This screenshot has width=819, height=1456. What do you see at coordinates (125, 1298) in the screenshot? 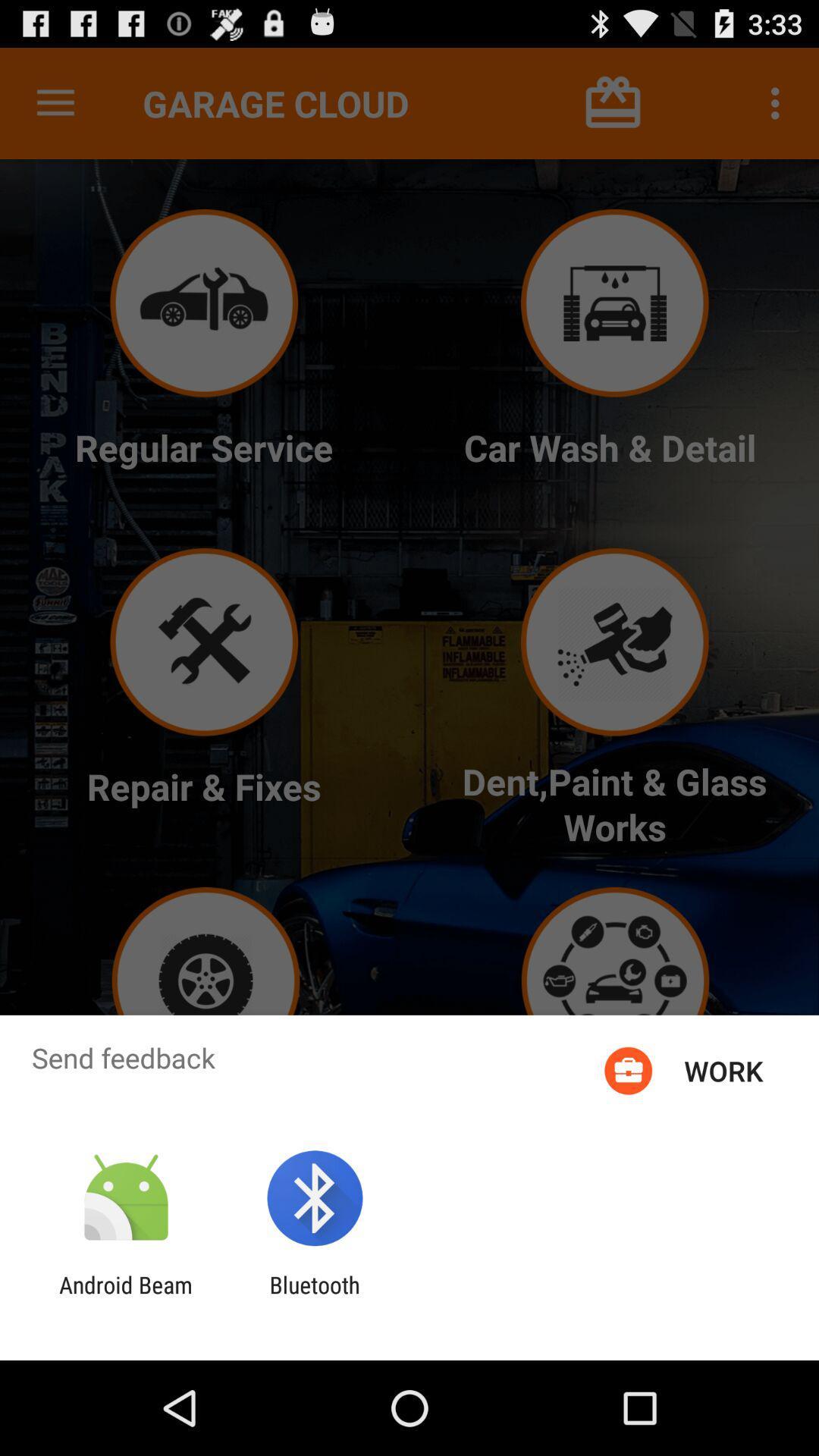
I see `the app next to the bluetooth item` at bounding box center [125, 1298].